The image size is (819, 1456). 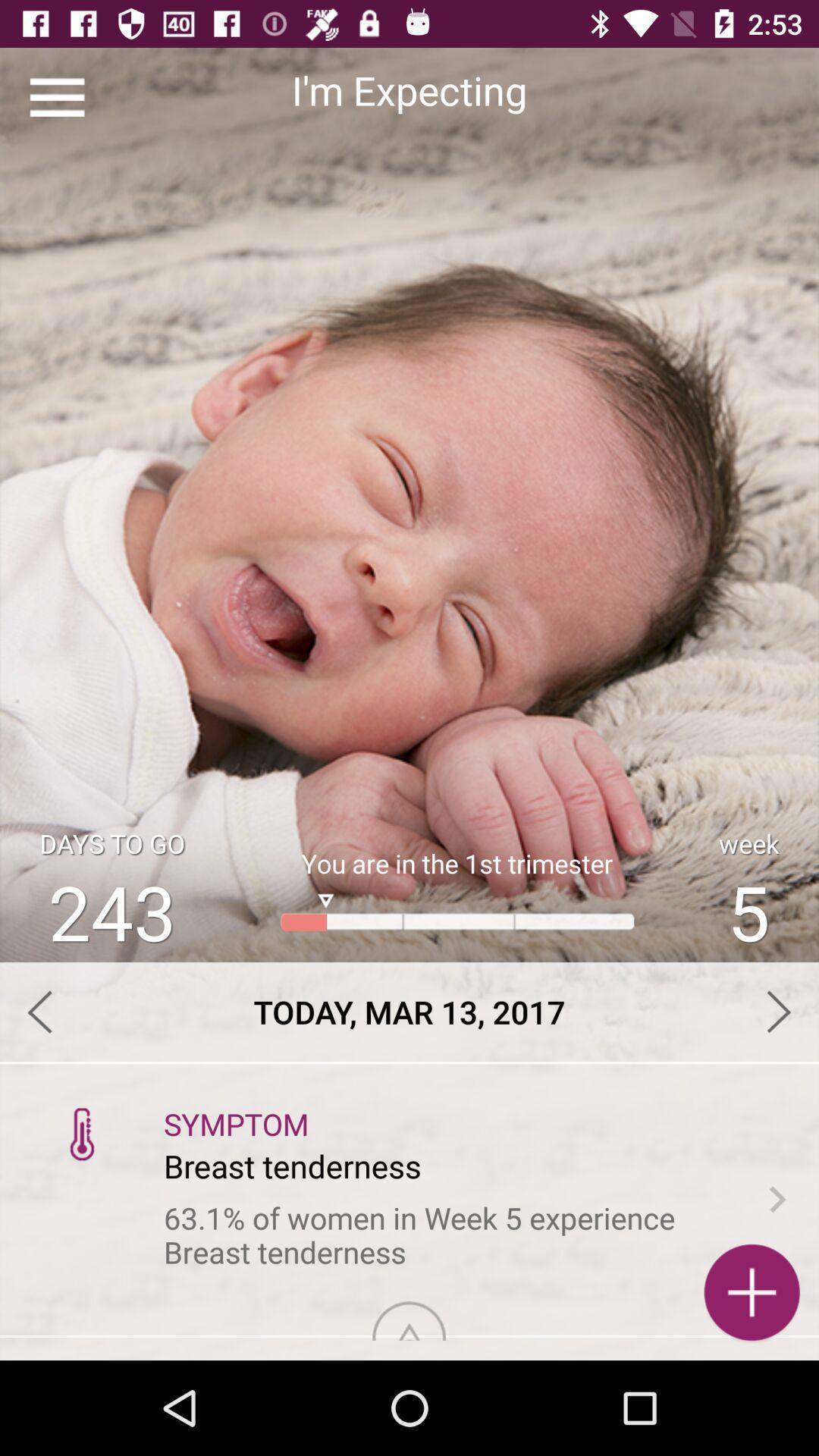 I want to click on the item at the top left corner, so click(x=56, y=96).